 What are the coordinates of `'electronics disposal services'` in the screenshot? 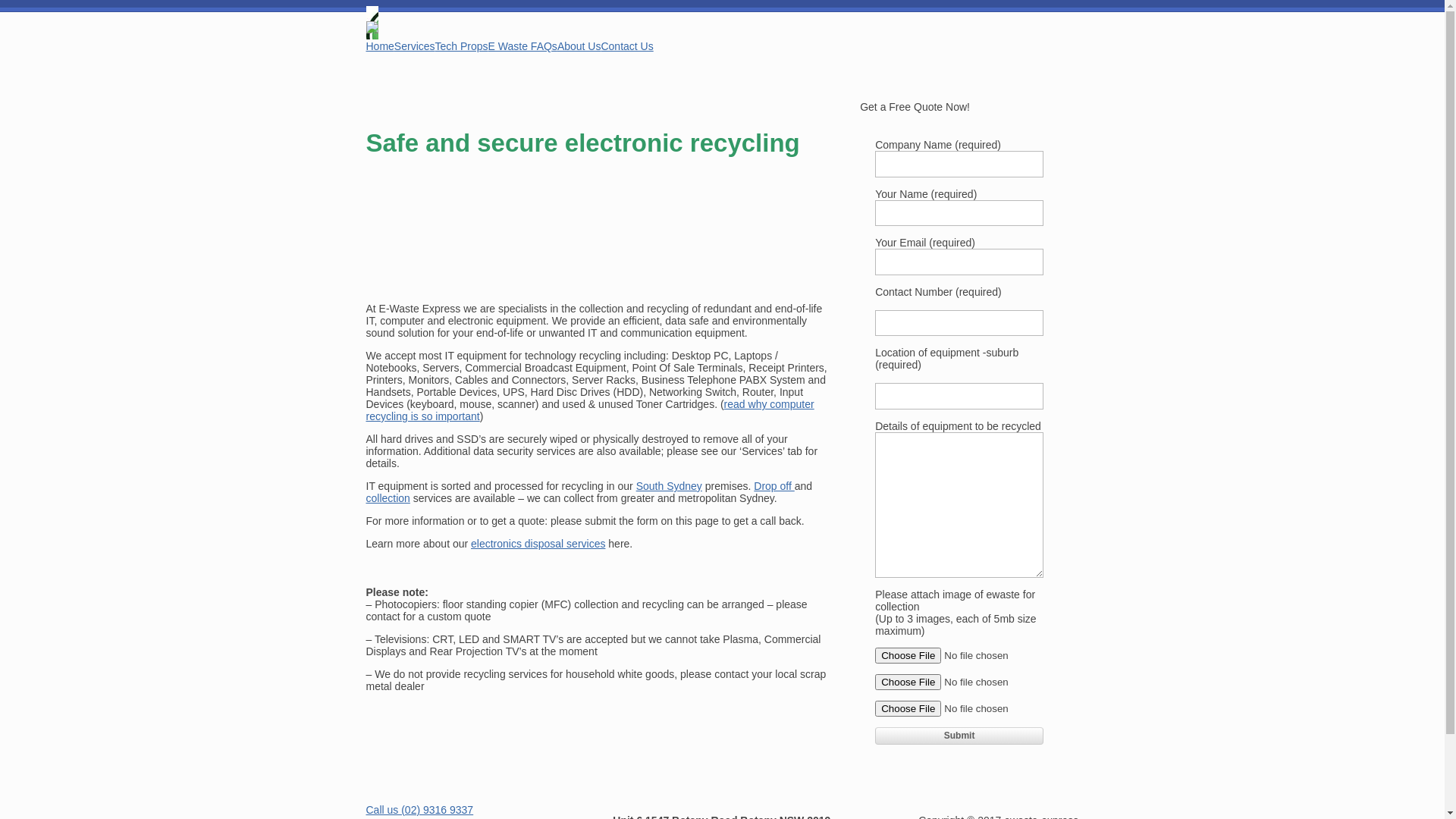 It's located at (469, 543).